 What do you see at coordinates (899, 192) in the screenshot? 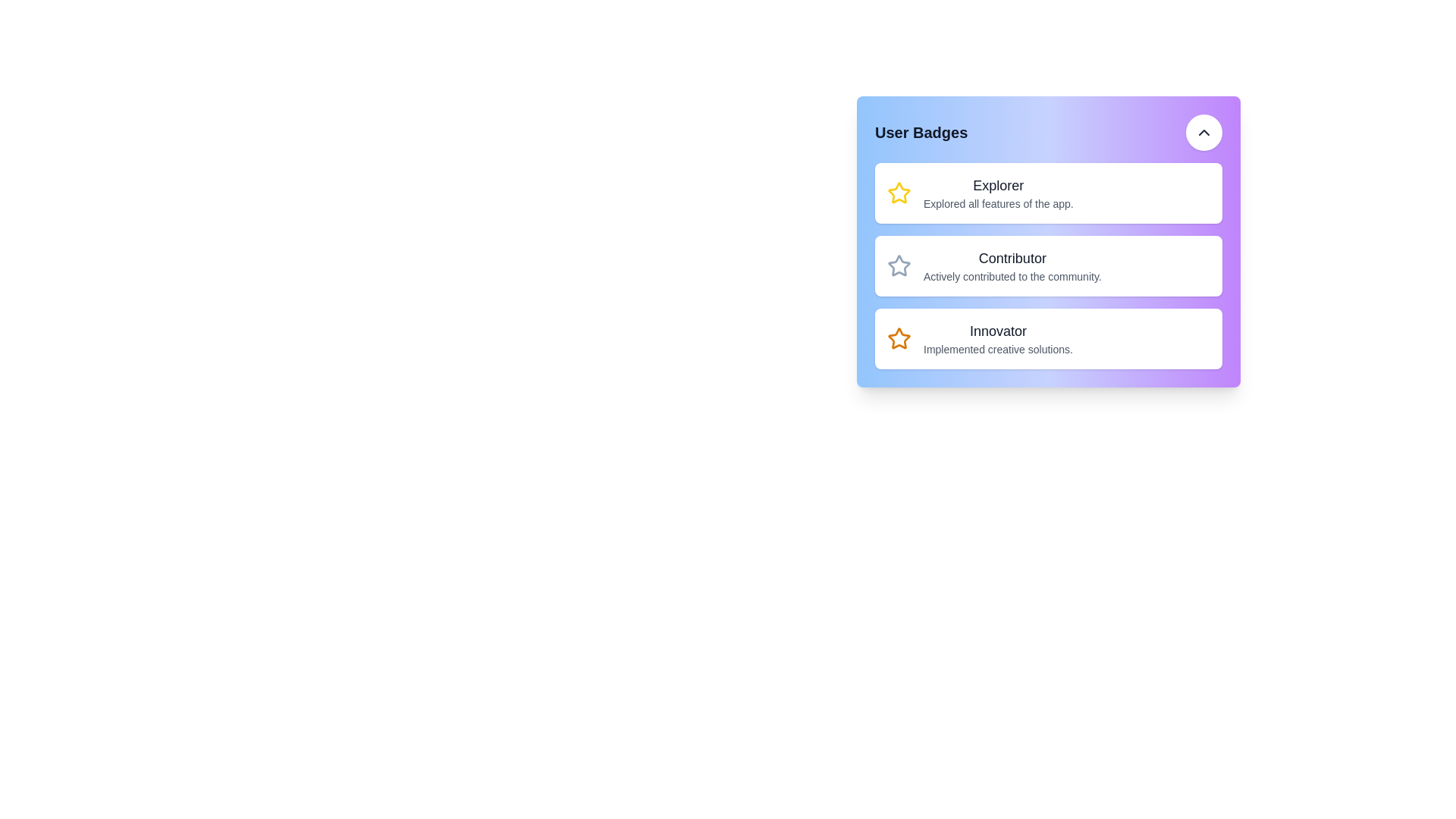
I see `the 'Explorer' badge icon, which represents an achievement or milestone in the user badge panel` at bounding box center [899, 192].